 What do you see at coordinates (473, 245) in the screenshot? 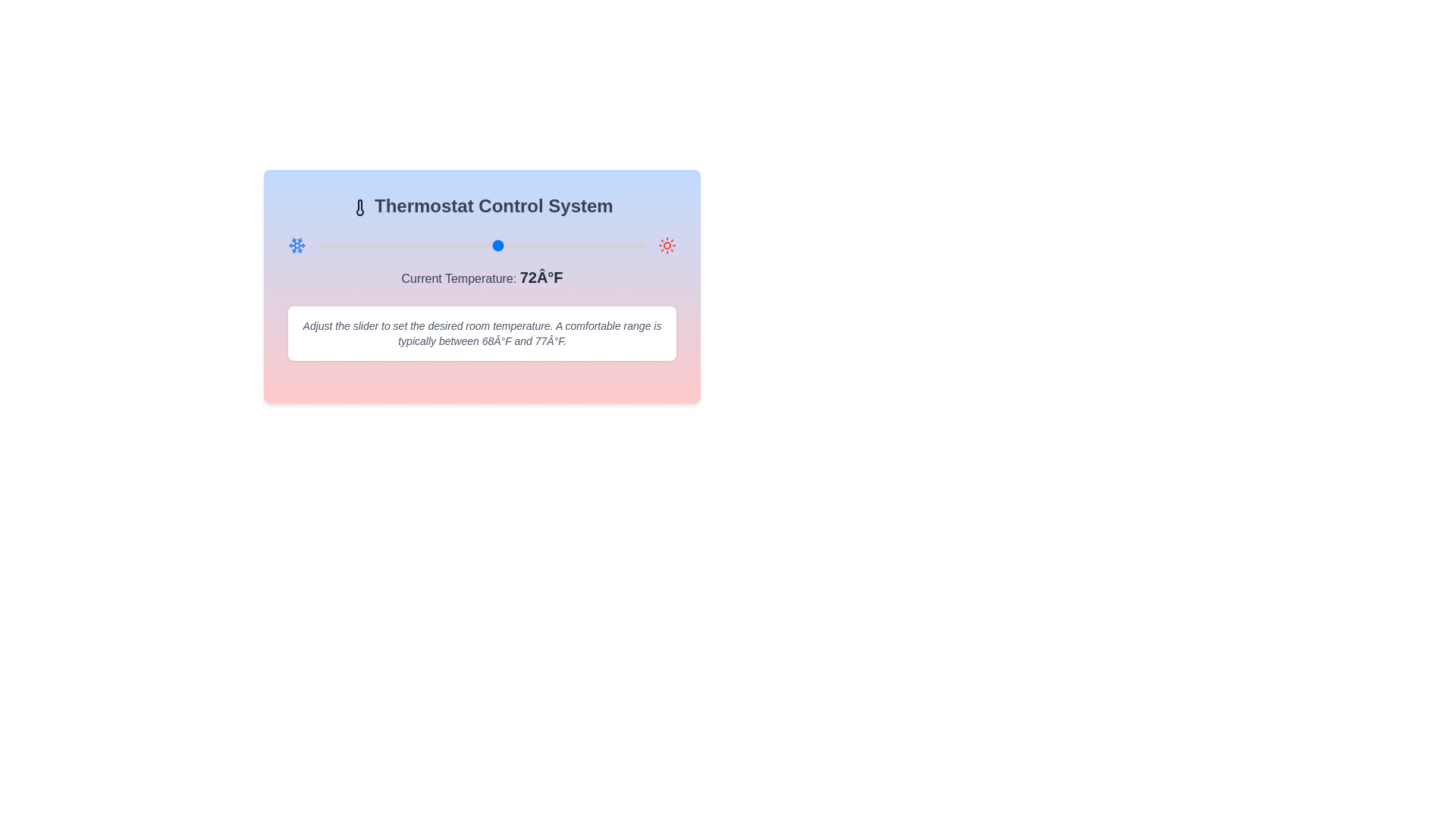
I see `the temperature slider to set the temperature to 69°F` at bounding box center [473, 245].